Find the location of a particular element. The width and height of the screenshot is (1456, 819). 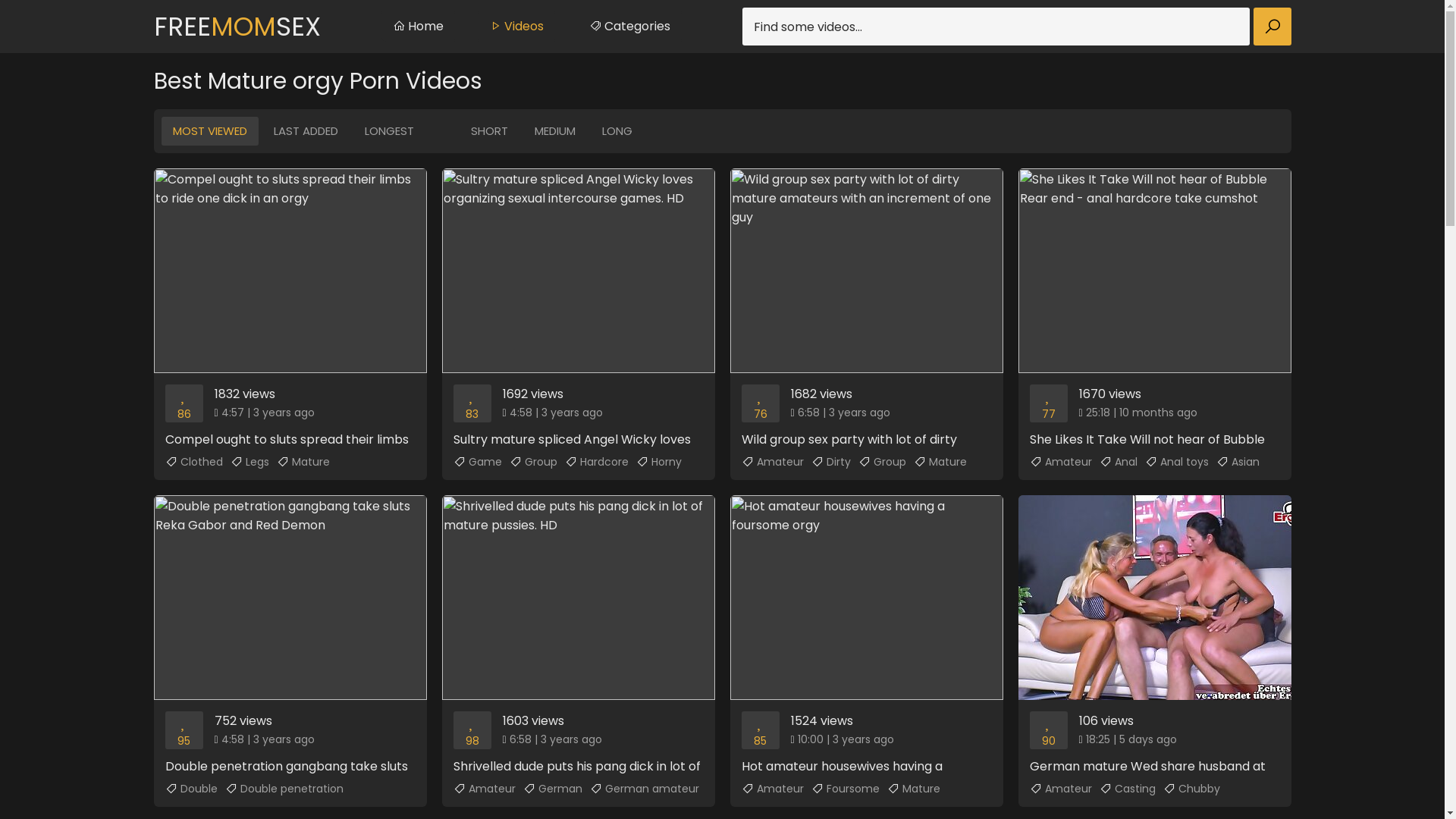

'FREEMOMSEX' is located at coordinates (236, 26).